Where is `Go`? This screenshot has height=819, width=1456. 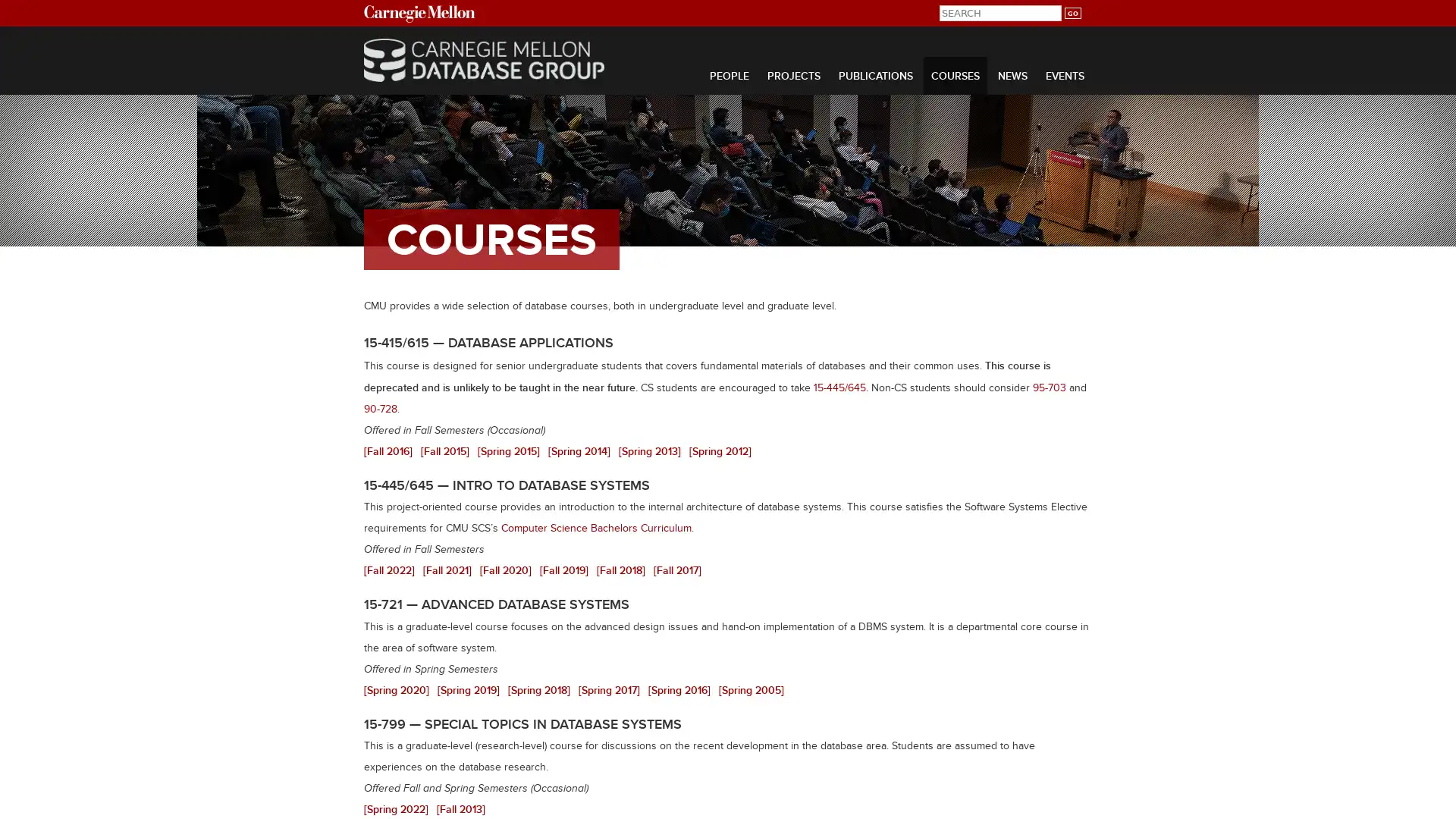 Go is located at coordinates (1072, 13).